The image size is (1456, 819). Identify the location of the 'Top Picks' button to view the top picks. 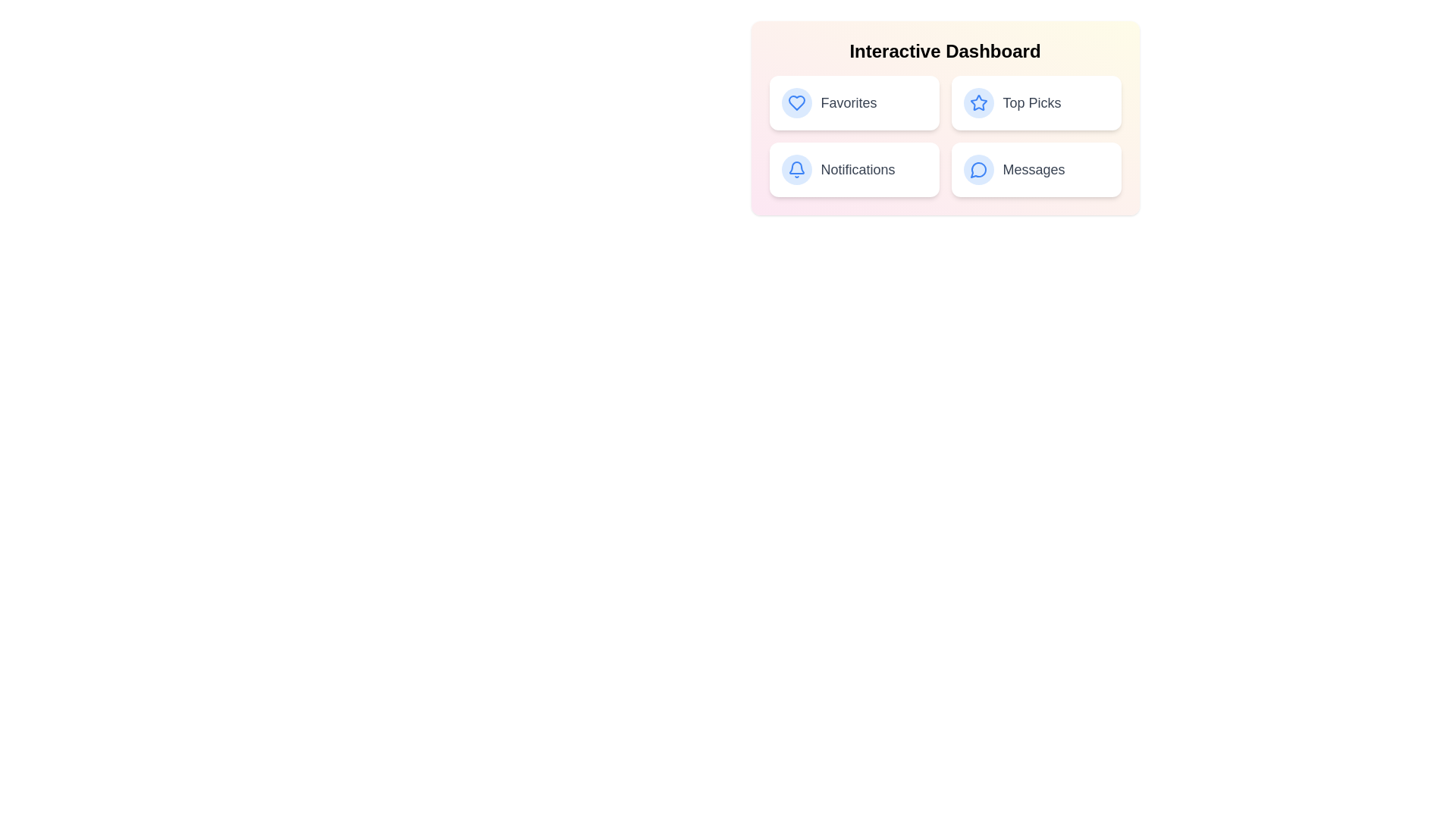
(1035, 102).